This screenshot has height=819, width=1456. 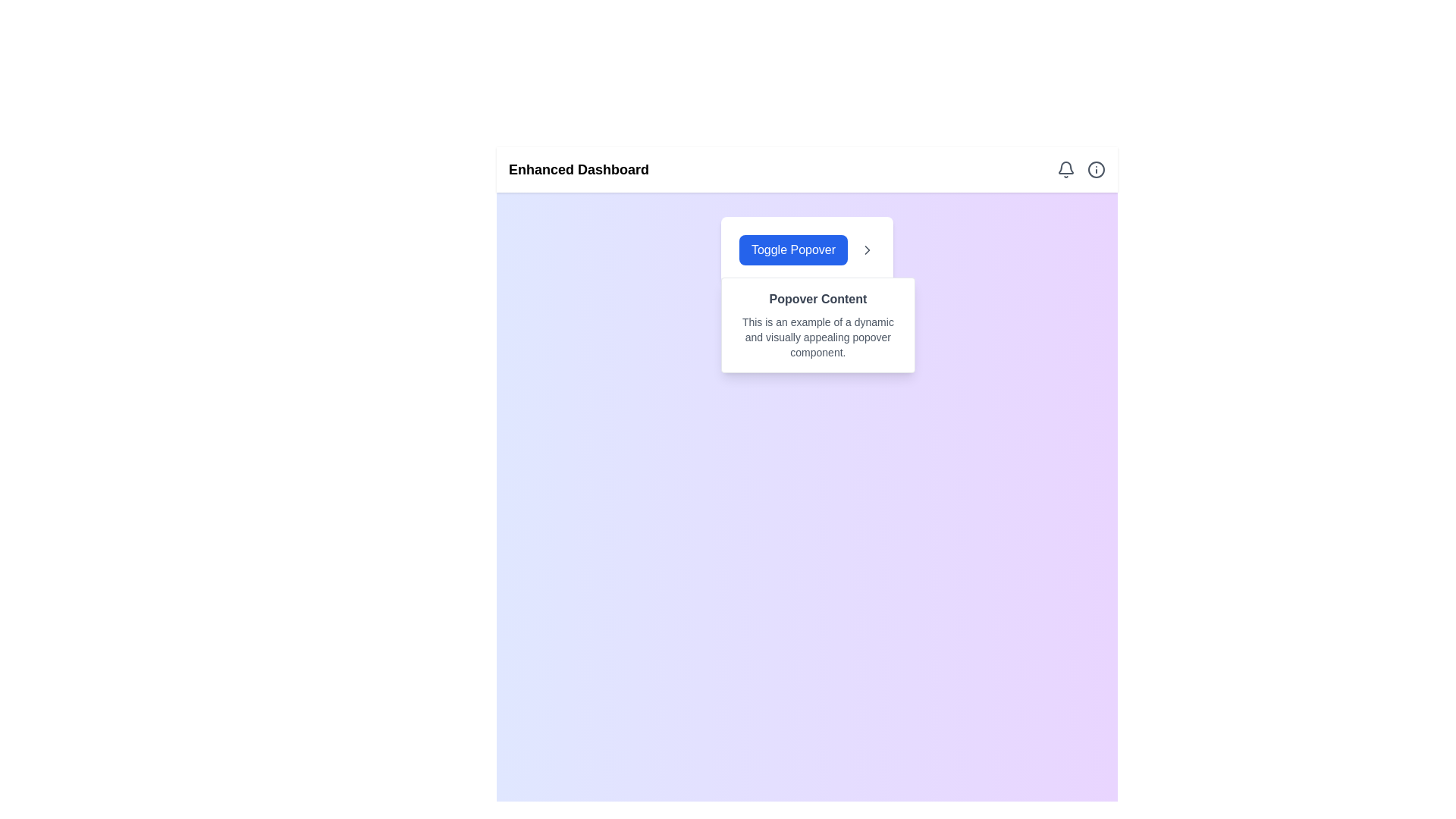 I want to click on the rightward-pointing chevron arrow icon, so click(x=868, y=249).